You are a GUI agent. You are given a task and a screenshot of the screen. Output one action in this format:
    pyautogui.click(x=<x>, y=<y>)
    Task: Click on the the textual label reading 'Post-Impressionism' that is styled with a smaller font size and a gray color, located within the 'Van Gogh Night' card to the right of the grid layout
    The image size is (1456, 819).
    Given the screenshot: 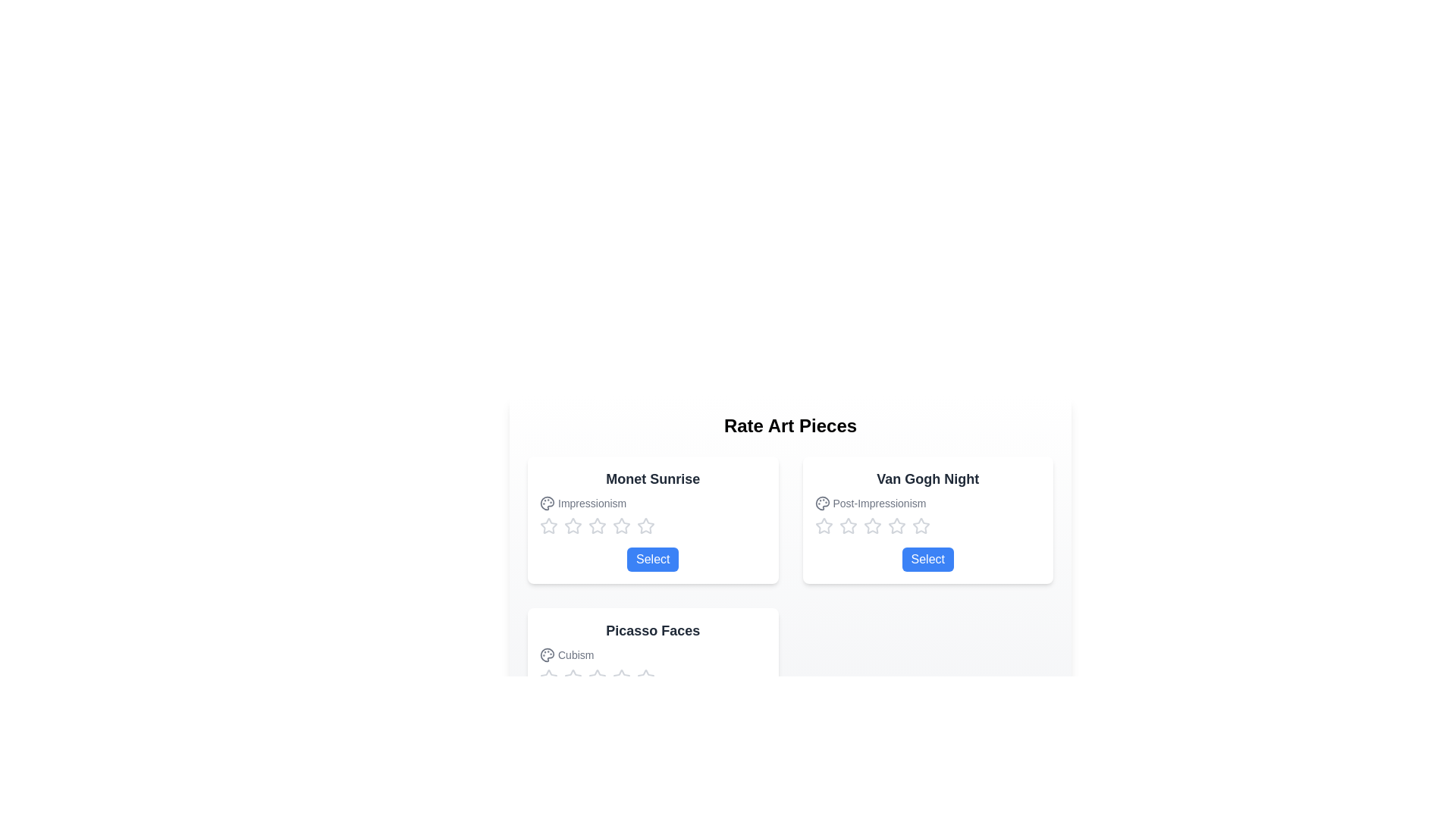 What is the action you would take?
    pyautogui.click(x=927, y=503)
    